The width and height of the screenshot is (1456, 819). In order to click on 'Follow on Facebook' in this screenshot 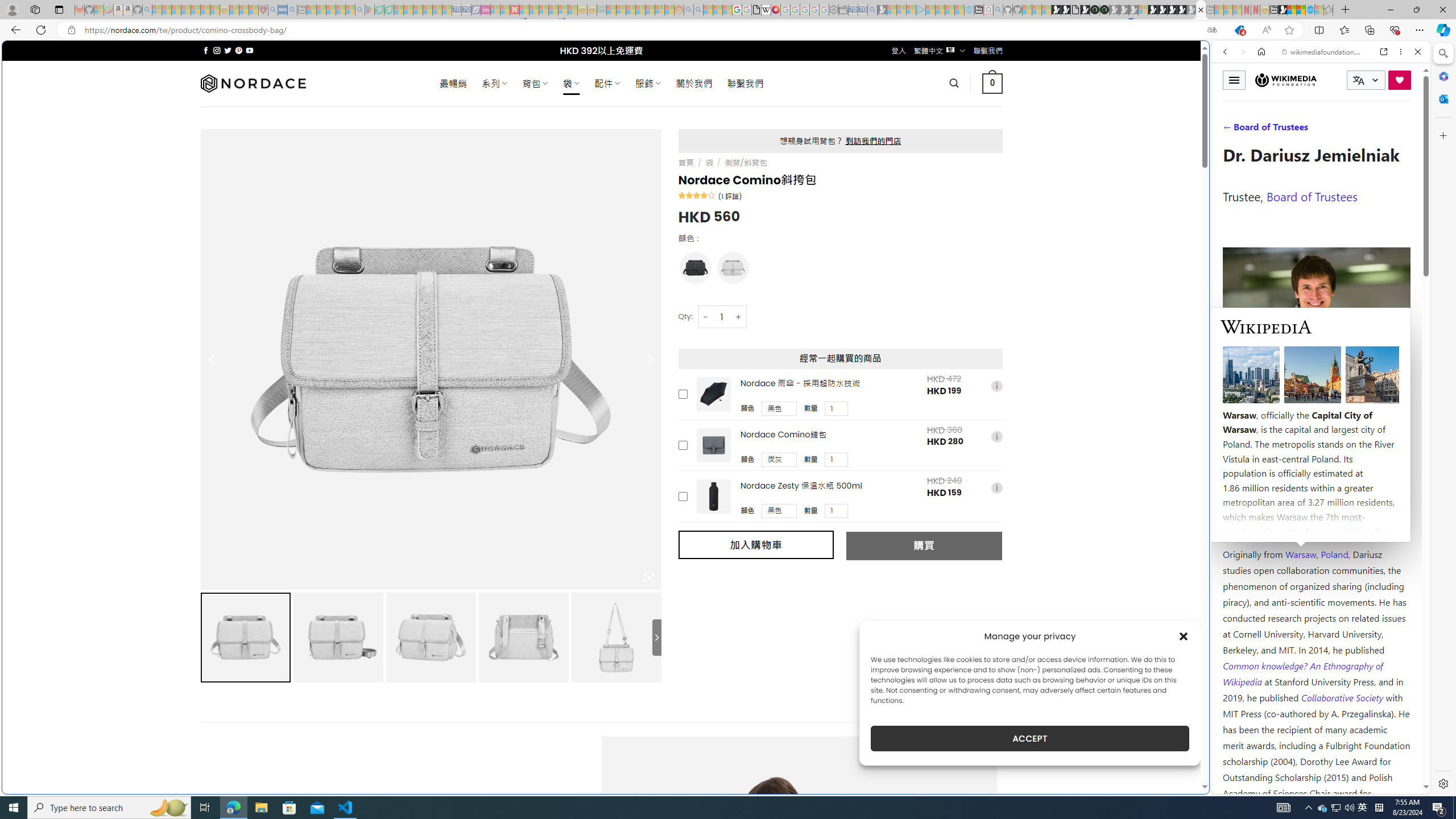, I will do `click(206, 50)`.